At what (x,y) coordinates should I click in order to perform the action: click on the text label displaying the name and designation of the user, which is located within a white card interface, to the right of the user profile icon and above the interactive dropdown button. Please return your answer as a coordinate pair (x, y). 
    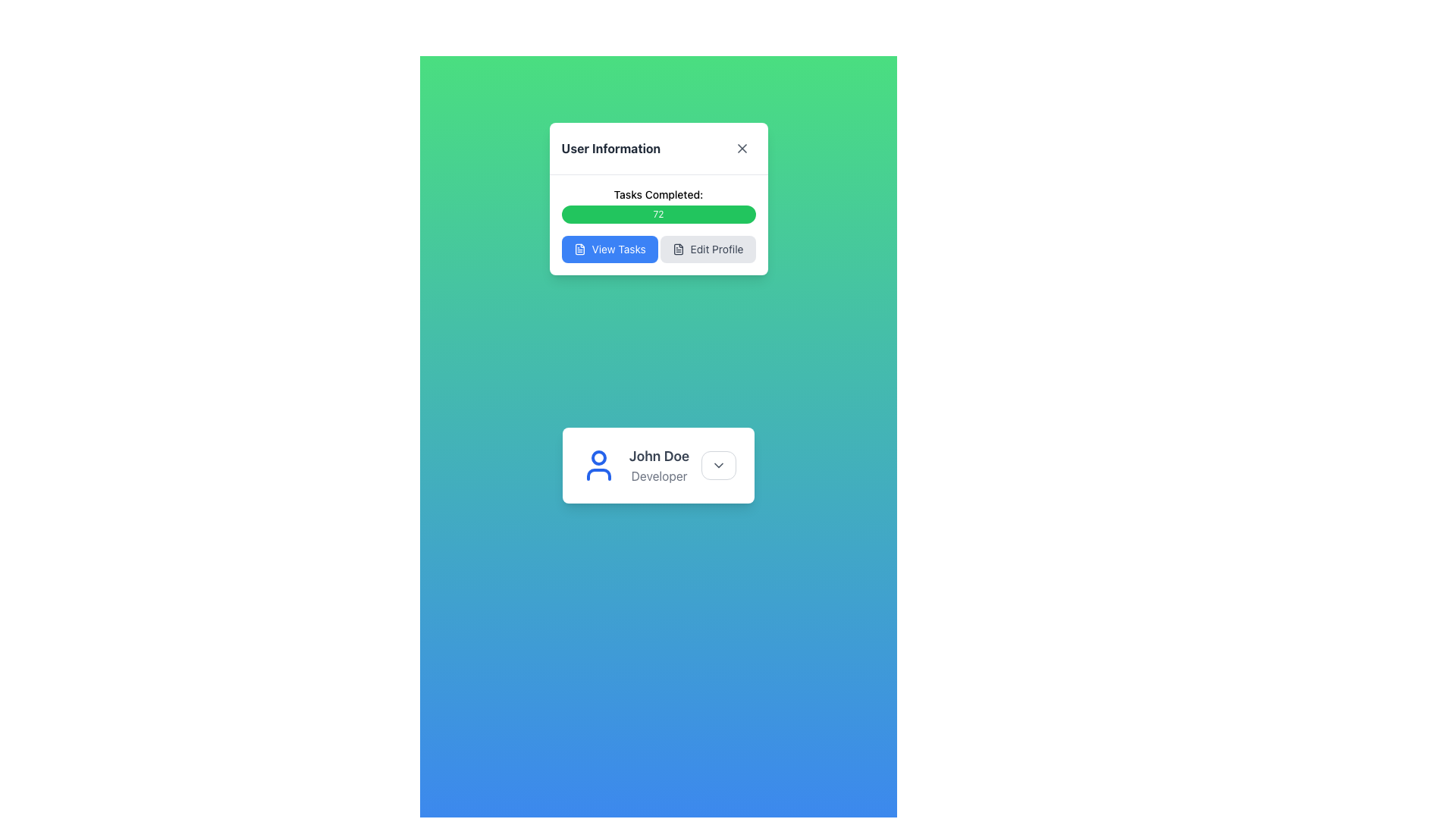
    Looking at the image, I should click on (659, 464).